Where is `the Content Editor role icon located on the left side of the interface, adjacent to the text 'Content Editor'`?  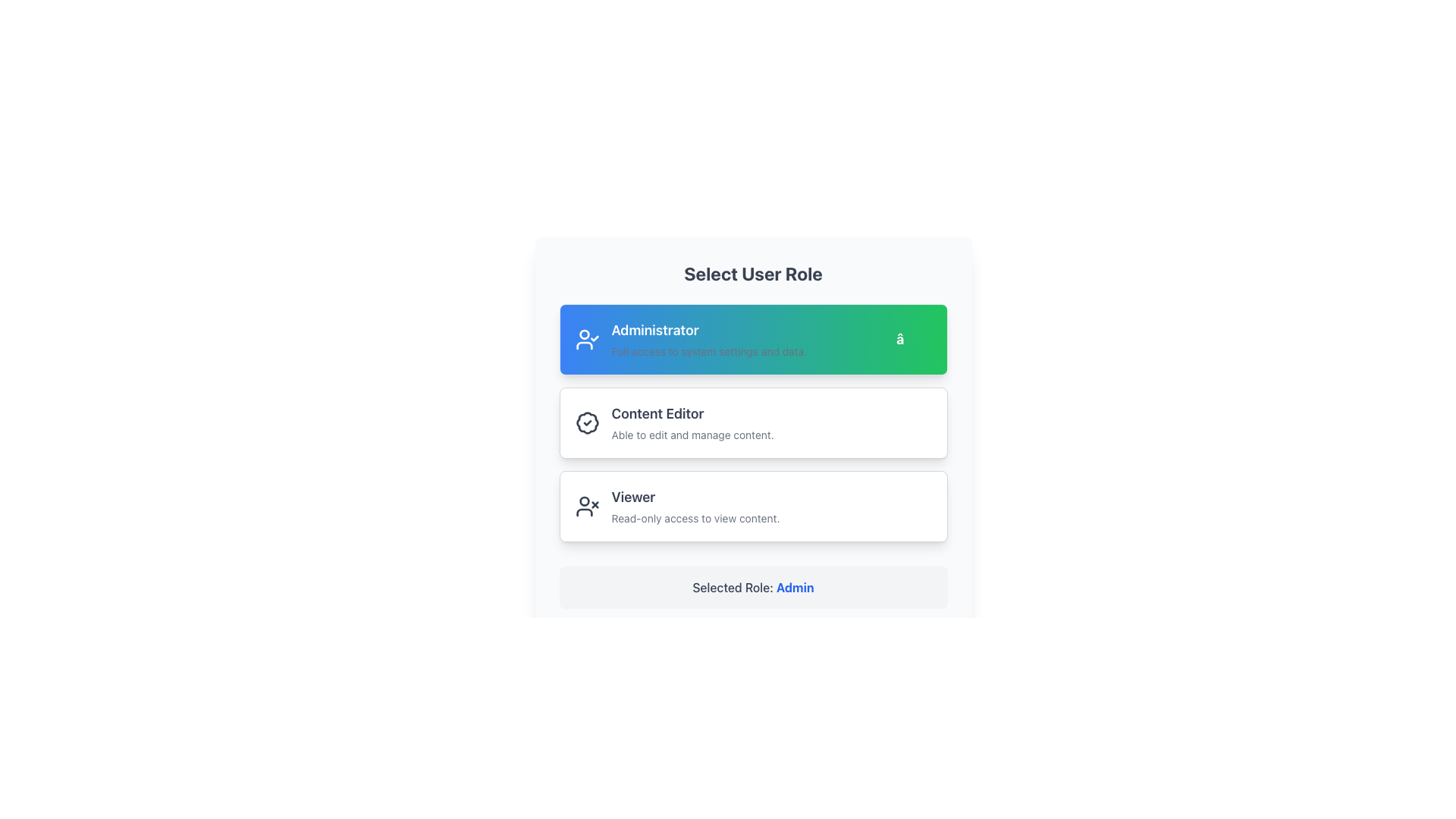 the Content Editor role icon located on the left side of the interface, adjacent to the text 'Content Editor' is located at coordinates (586, 423).